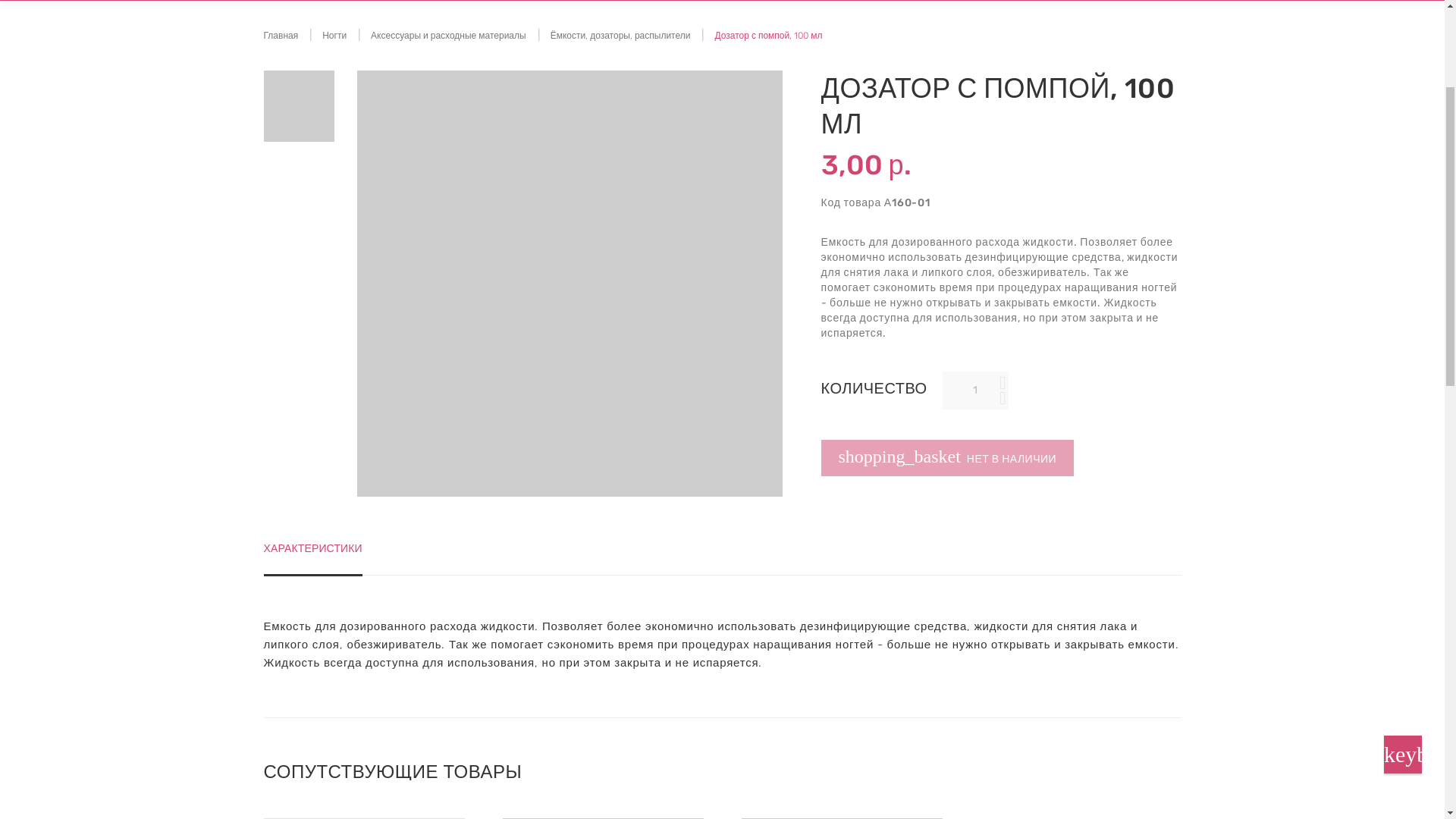 Image resolution: width=1456 pixels, height=819 pixels. What do you see at coordinates (325, 49) in the screenshot?
I see `'Nogotki '` at bounding box center [325, 49].